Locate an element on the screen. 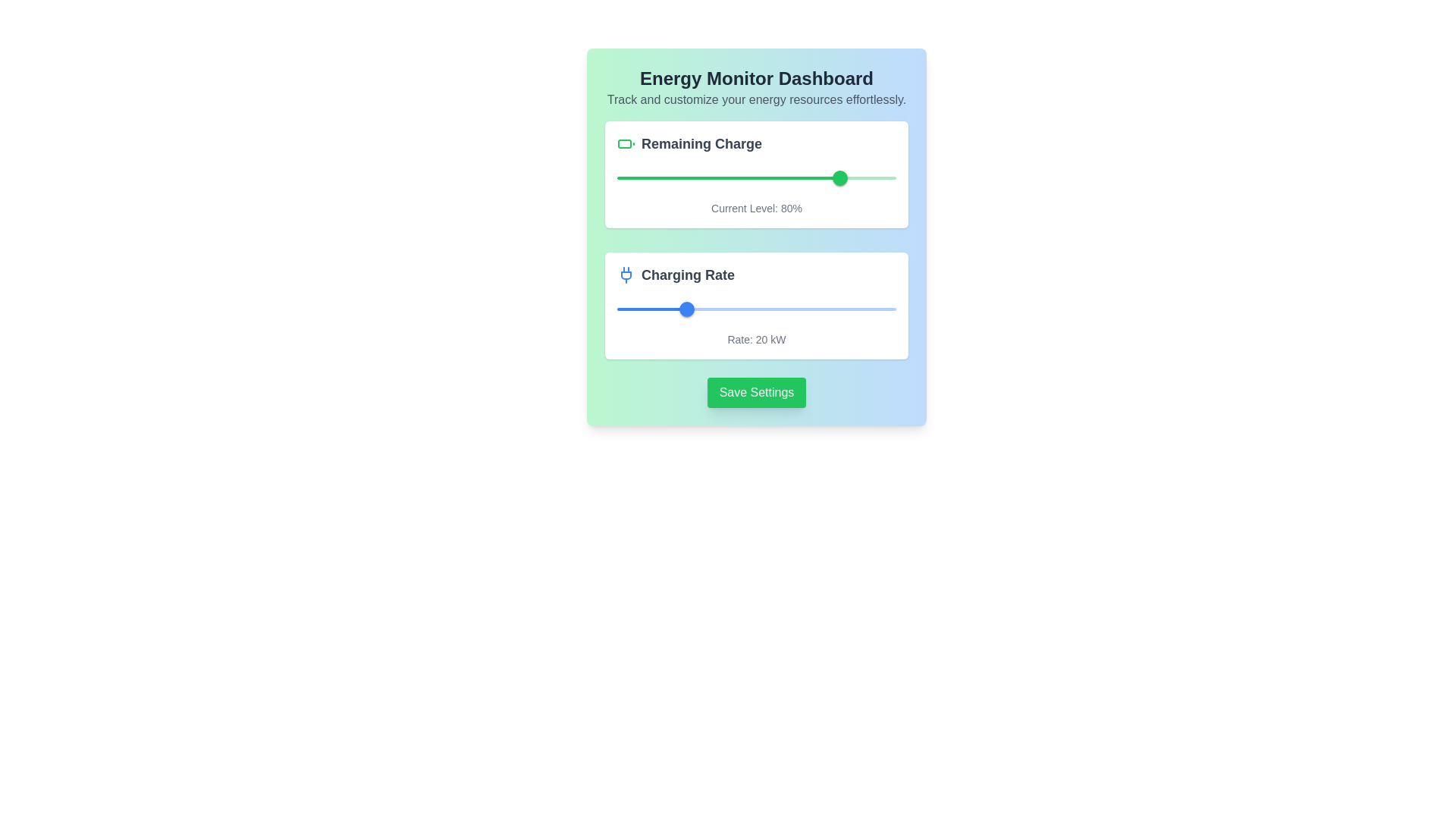  the 'Charging Rate' text label, which is styled in bold dark gray and located in a blue box below the 'Remaining Charge' section is located at coordinates (687, 275).